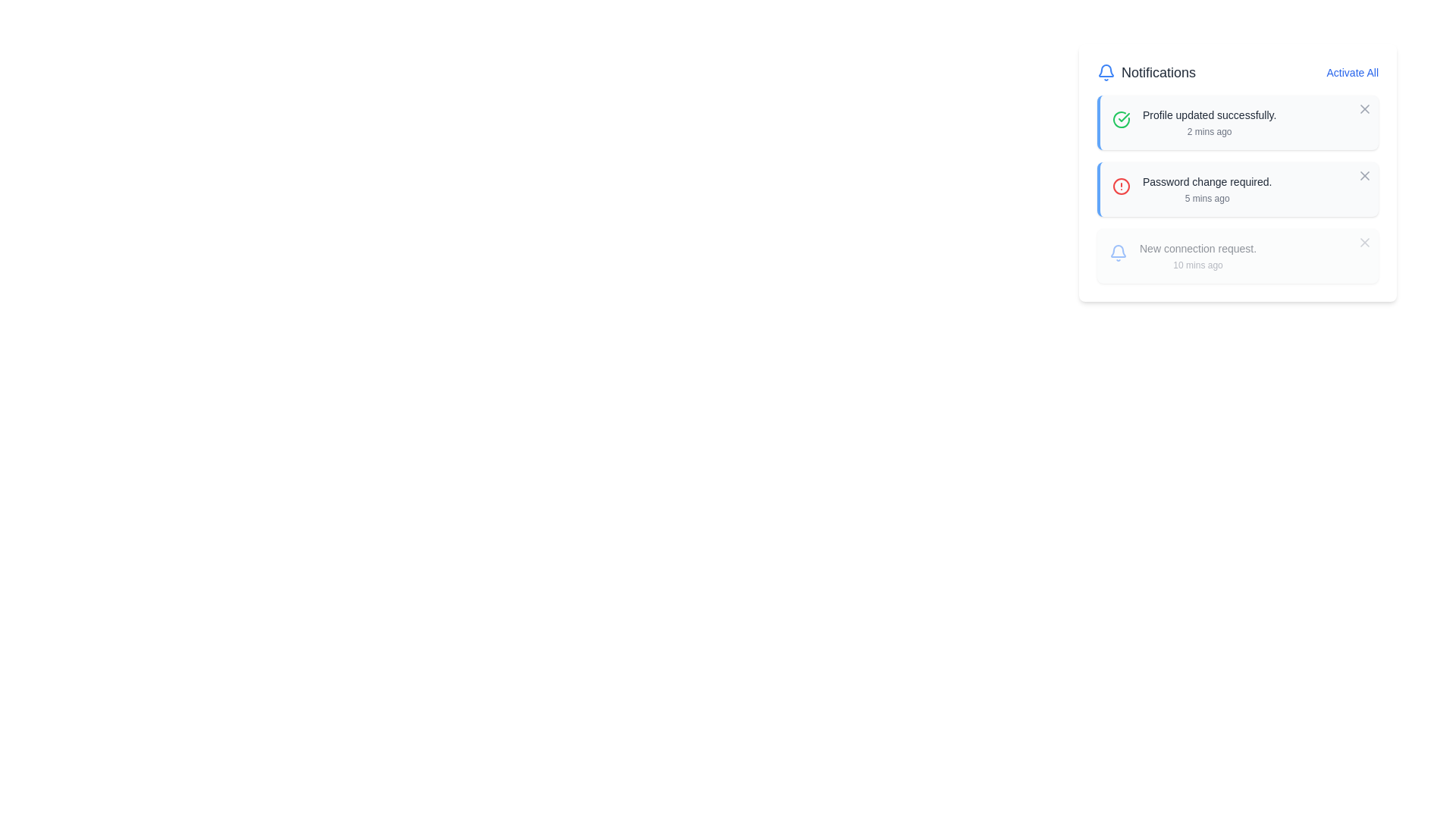 The image size is (1456, 819). I want to click on the small gray button with an 'X' icon located at the top-right corner of the notification stating 'Password change required. 5 mins ago', so click(1365, 174).